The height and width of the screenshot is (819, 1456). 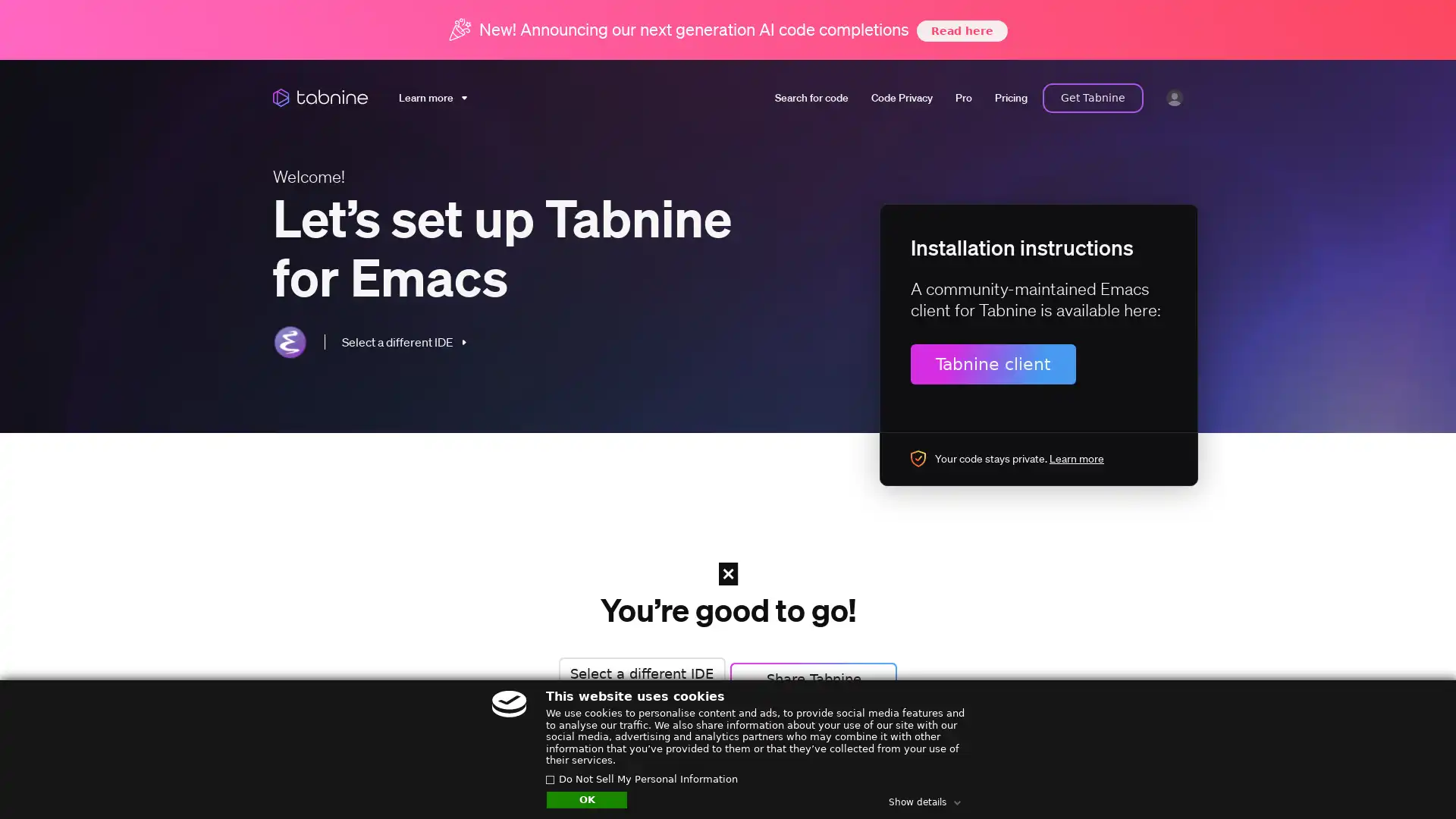 What do you see at coordinates (1376, 761) in the screenshot?
I see `Dismiss Message` at bounding box center [1376, 761].